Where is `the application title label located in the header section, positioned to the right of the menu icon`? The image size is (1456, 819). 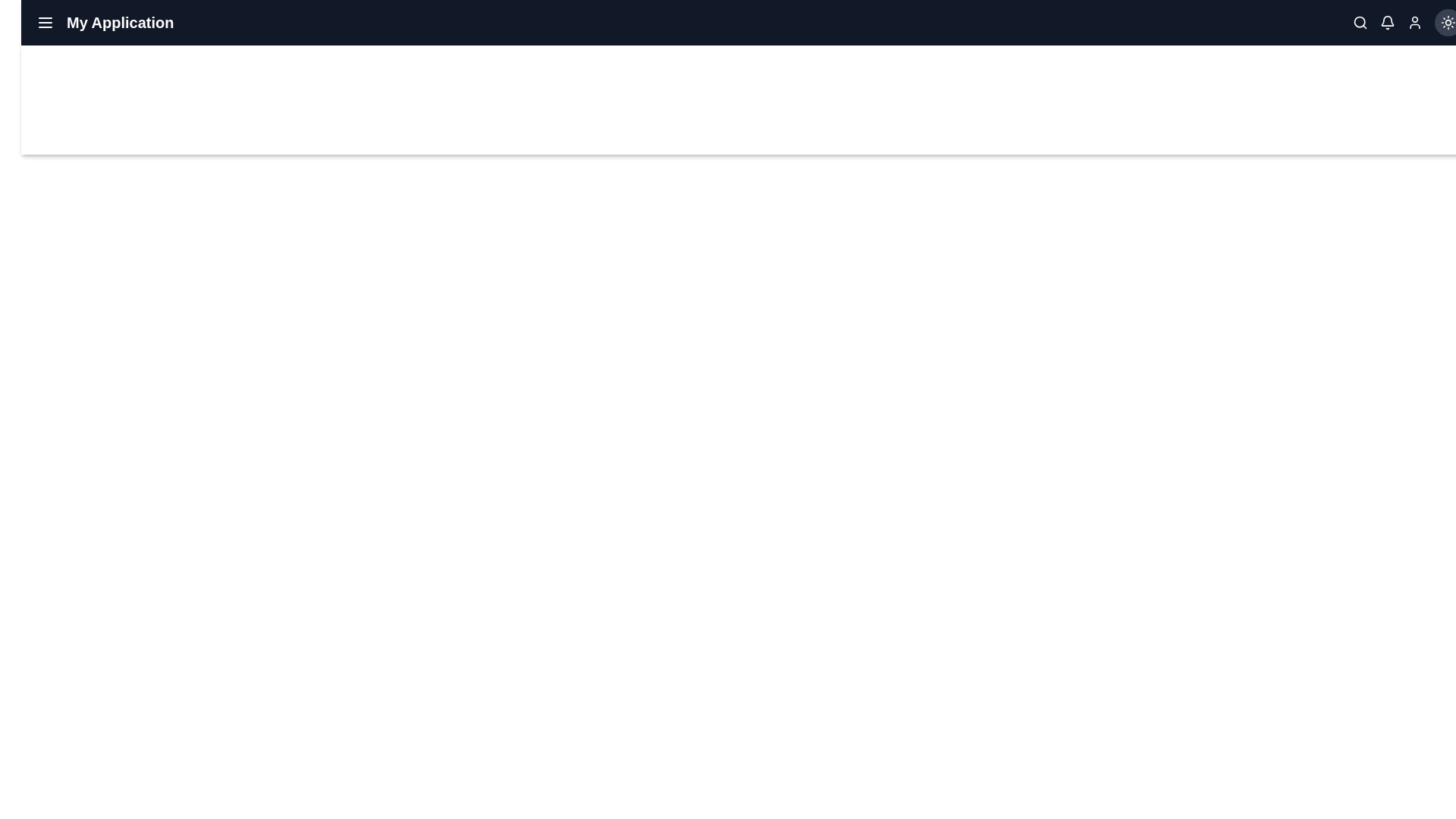
the application title label located in the header section, positioned to the right of the menu icon is located at coordinates (119, 23).